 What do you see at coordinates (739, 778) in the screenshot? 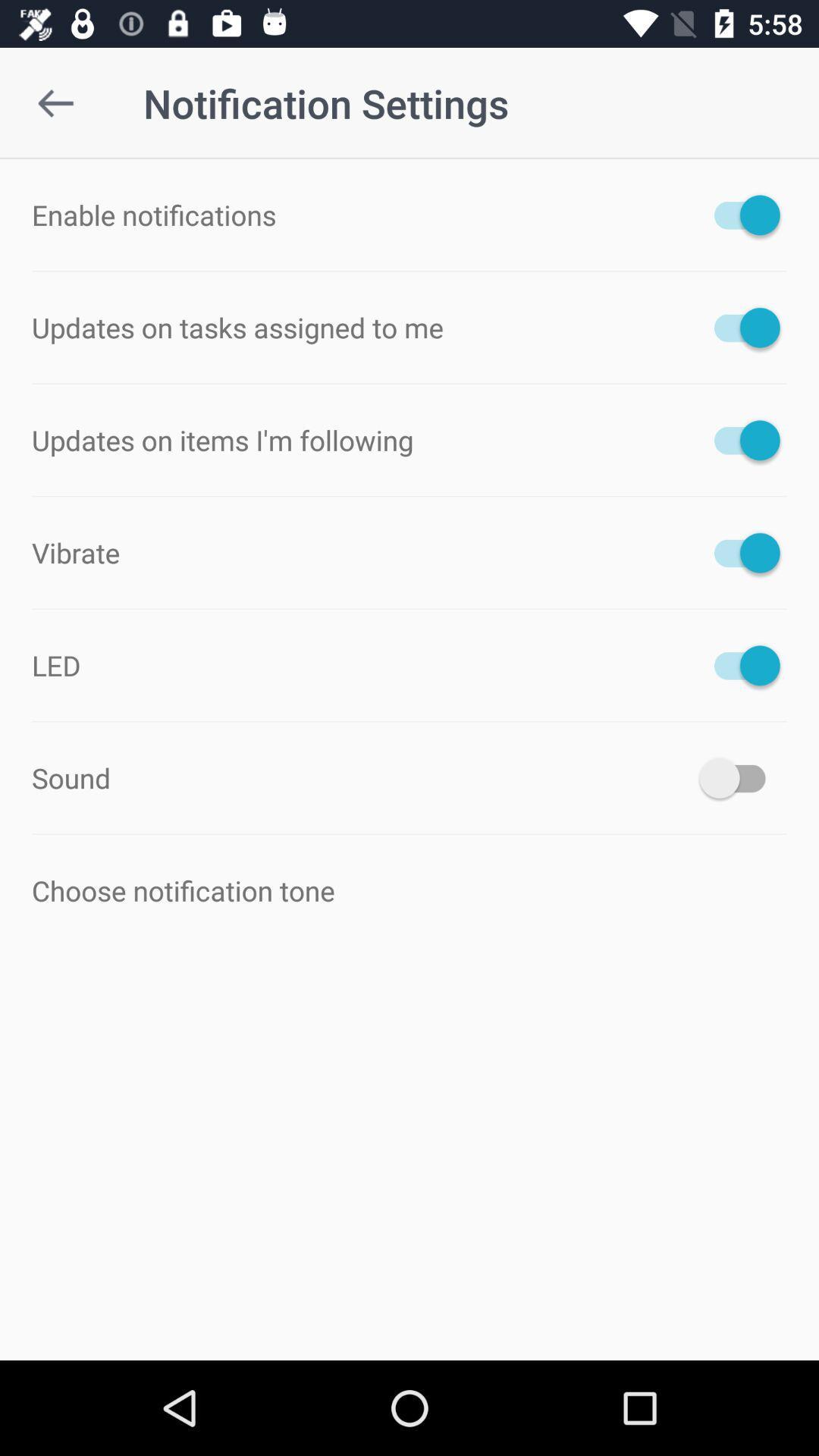
I see `the icon next to sound item` at bounding box center [739, 778].